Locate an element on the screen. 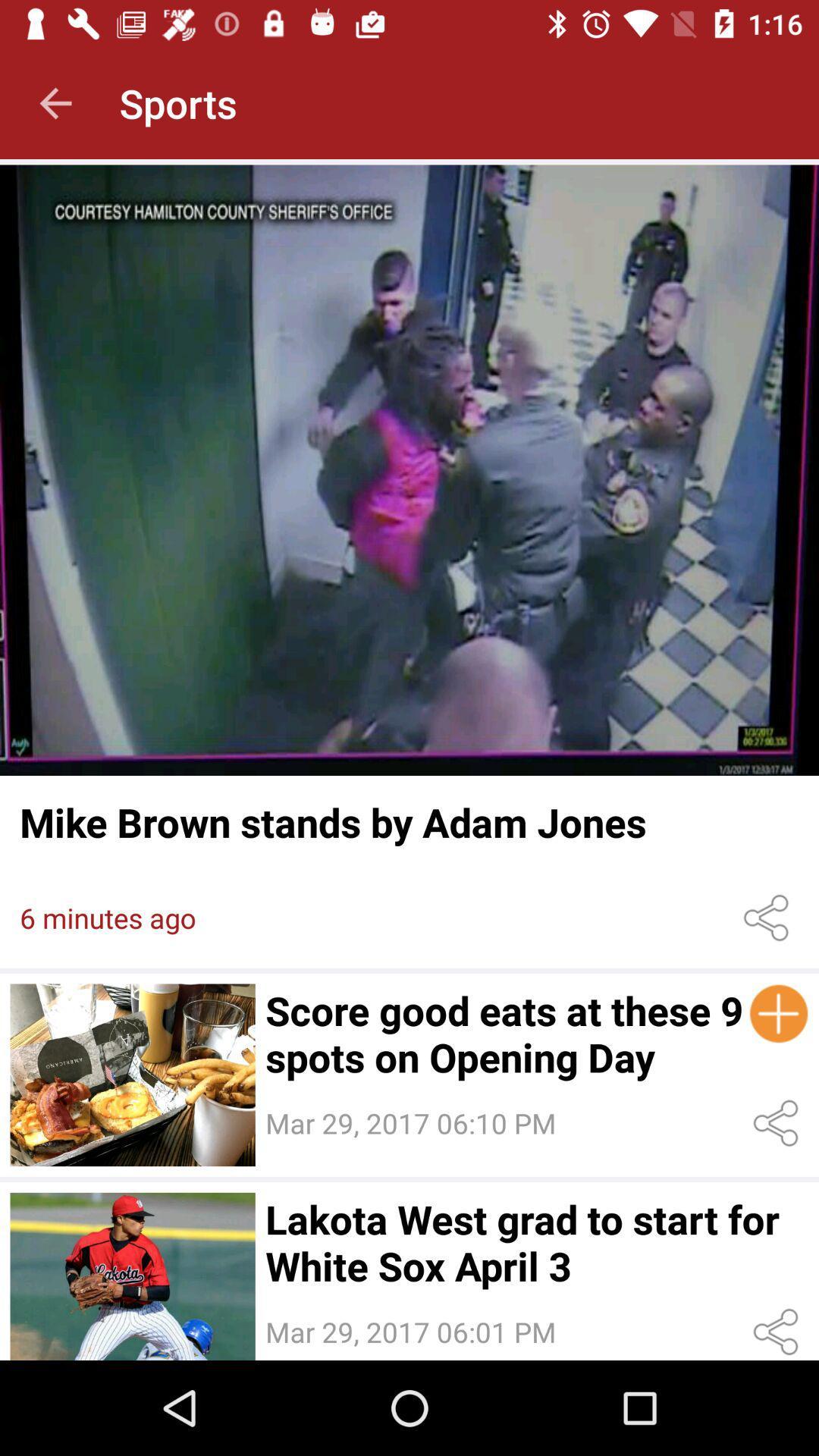  item next to sports icon is located at coordinates (55, 102).